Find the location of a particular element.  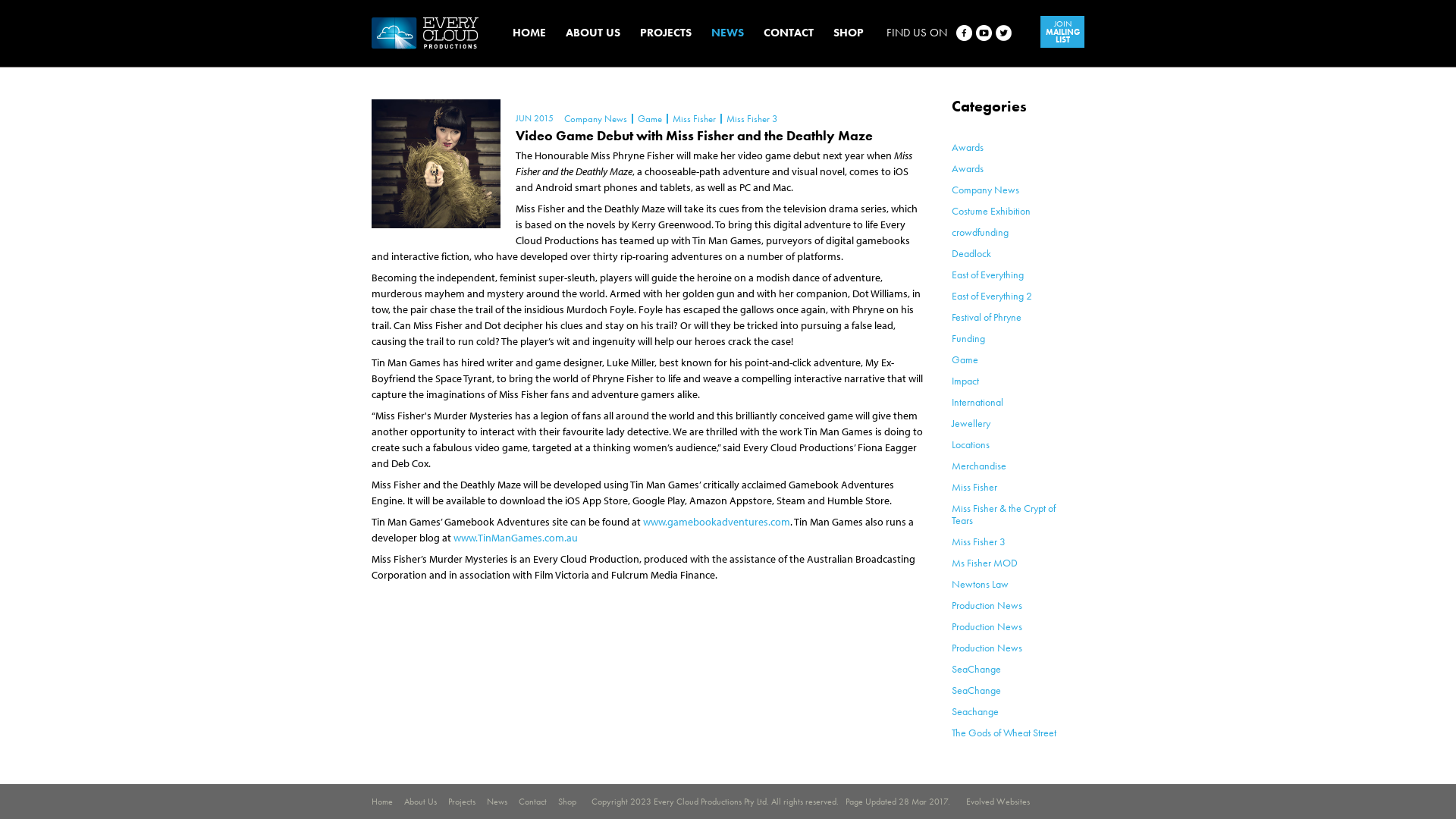

'East of Everything' is located at coordinates (987, 275).